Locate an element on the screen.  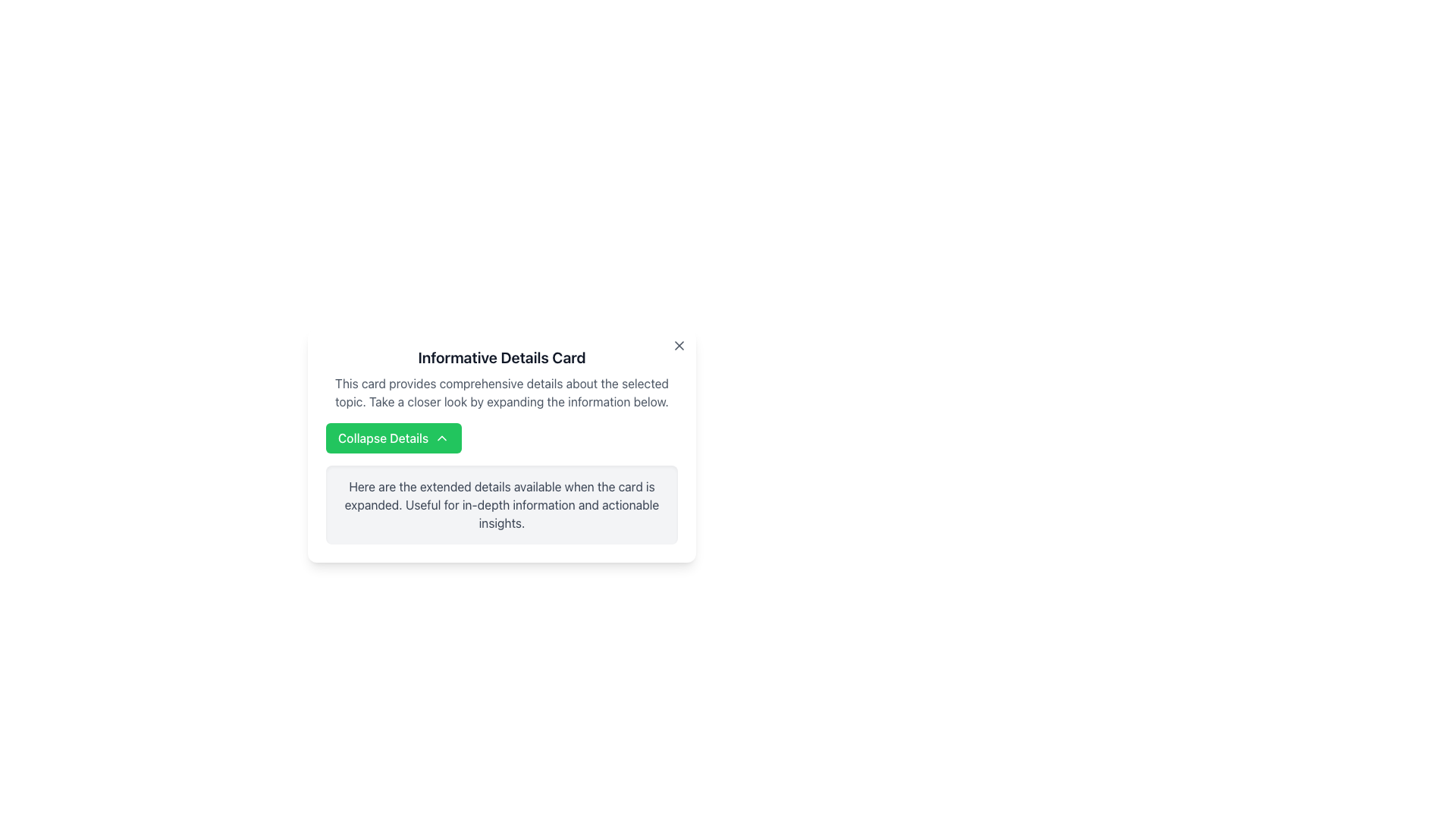
the close button icon represented by a small 'X' at the top-right corner of the card layout is located at coordinates (679, 345).